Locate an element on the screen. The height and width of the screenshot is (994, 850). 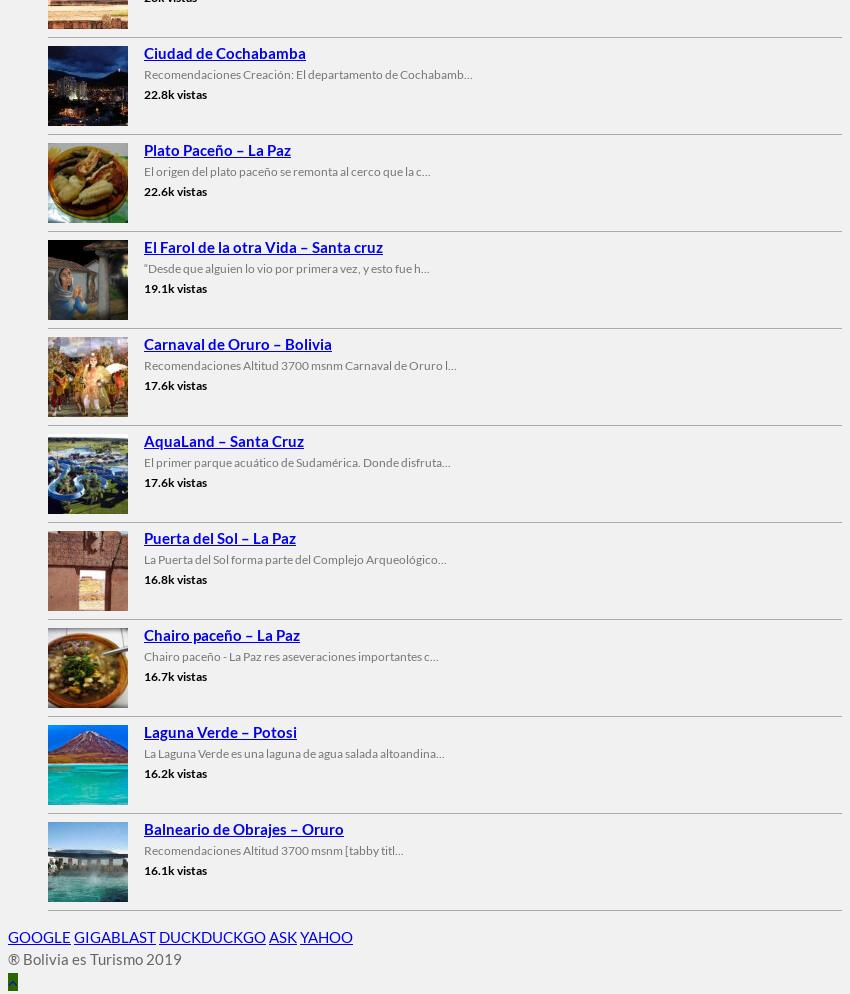
'ASK' is located at coordinates (281, 935).